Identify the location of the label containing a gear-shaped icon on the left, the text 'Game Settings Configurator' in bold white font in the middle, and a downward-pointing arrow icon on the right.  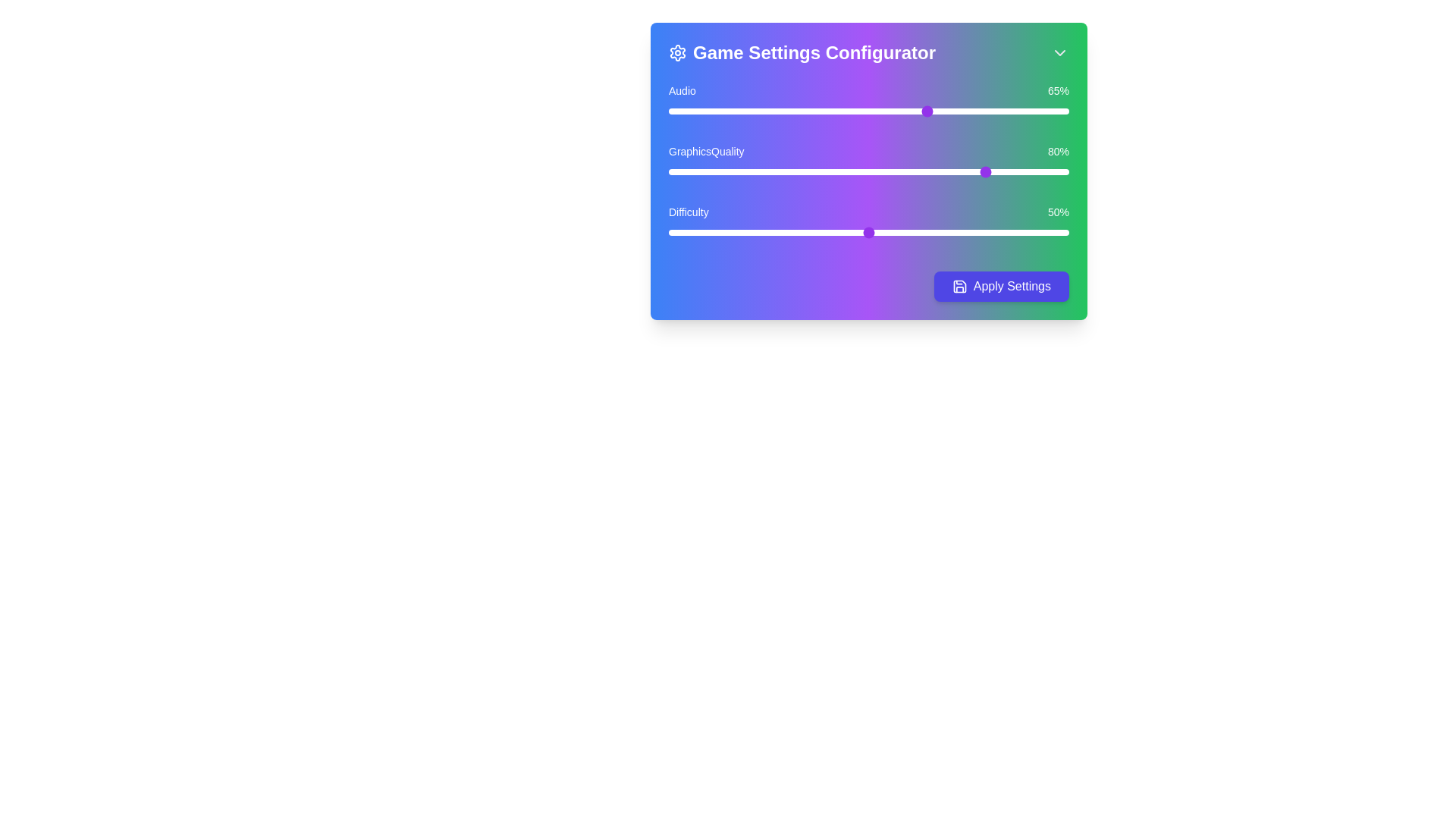
(869, 52).